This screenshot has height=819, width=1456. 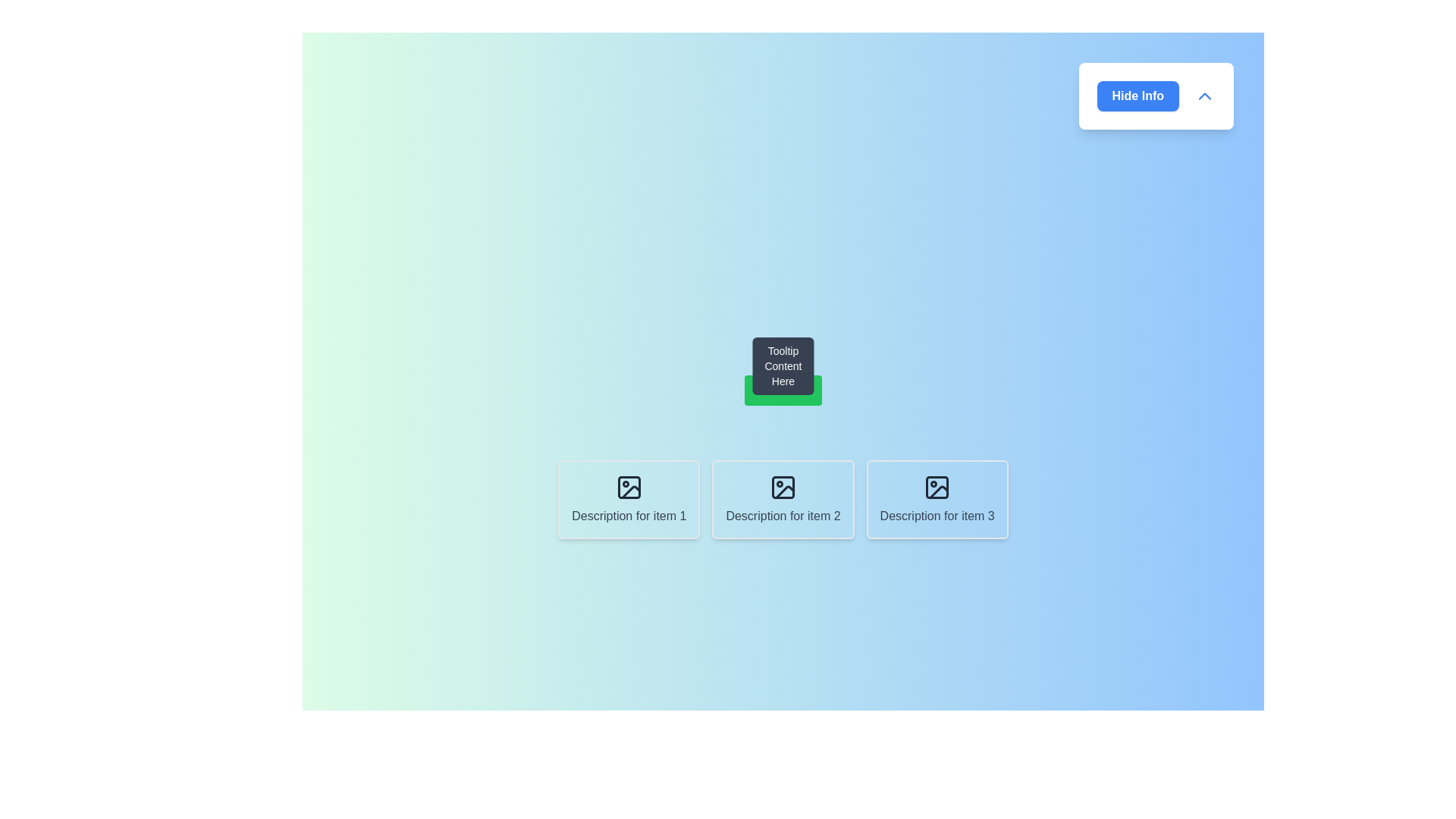 What do you see at coordinates (783, 488) in the screenshot?
I see `the decorative Image icon located in the second section of a horizontally aligned group of three items, directly above the text 'Description for item 2'` at bounding box center [783, 488].